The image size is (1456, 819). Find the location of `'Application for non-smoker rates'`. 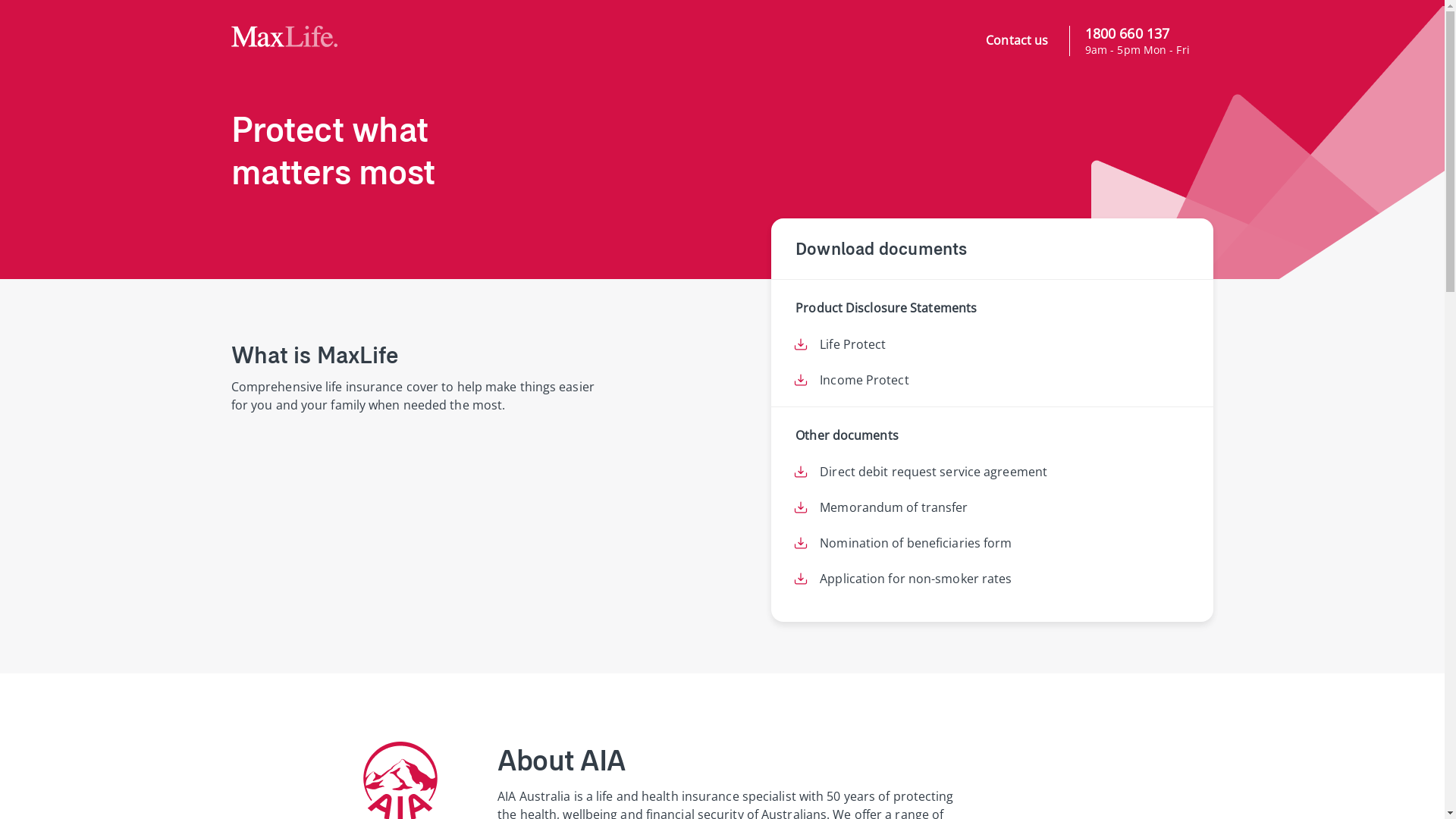

'Application for non-smoker rates' is located at coordinates (915, 579).